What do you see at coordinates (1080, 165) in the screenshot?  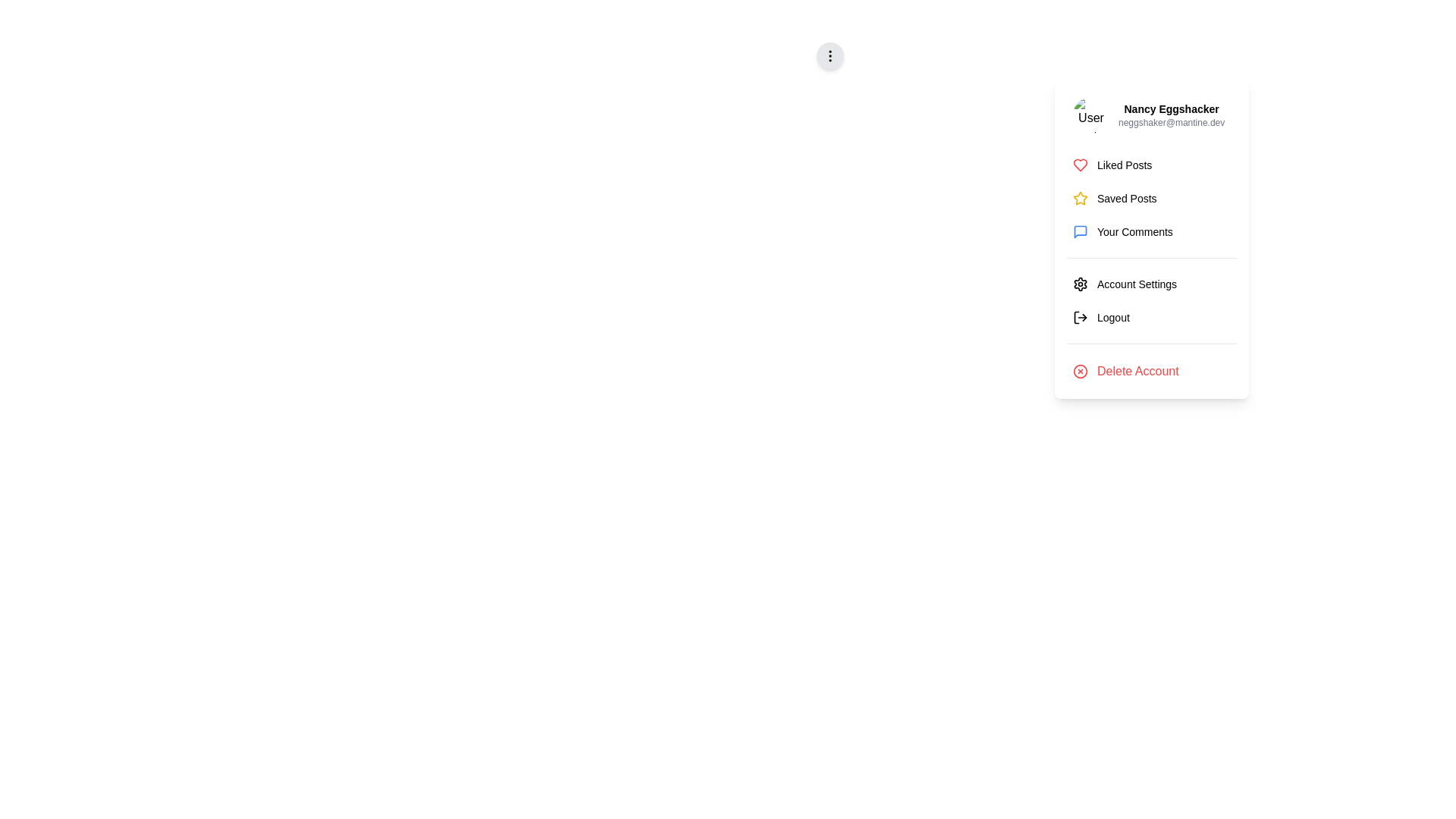 I see `the red heart icon, which is styled as an empty heart with a smooth, rounded structure, located to the left of the 'Liked Posts' text label in the pop-up menu, if it is interactive` at bounding box center [1080, 165].